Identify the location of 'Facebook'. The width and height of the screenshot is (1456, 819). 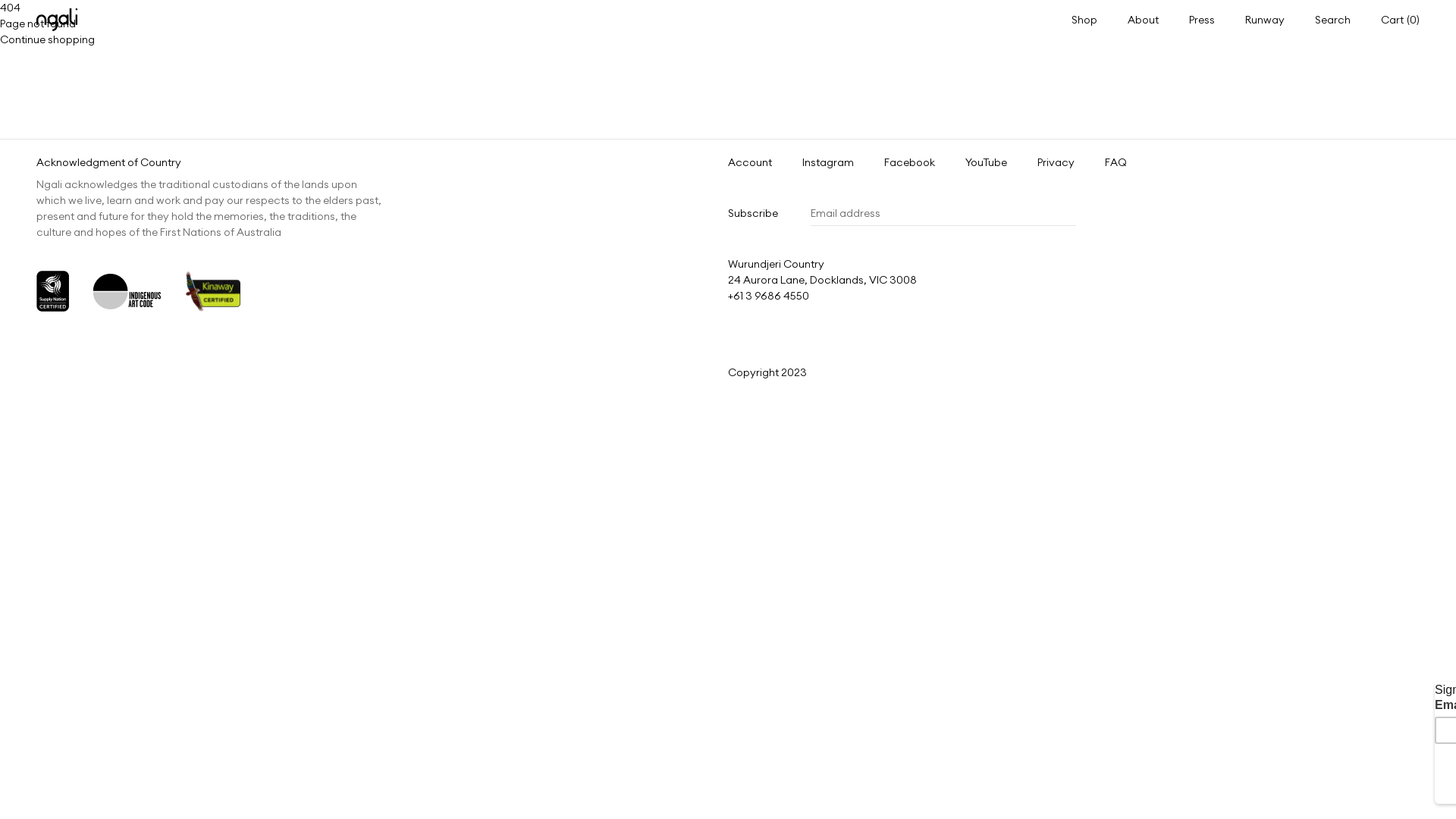
(909, 162).